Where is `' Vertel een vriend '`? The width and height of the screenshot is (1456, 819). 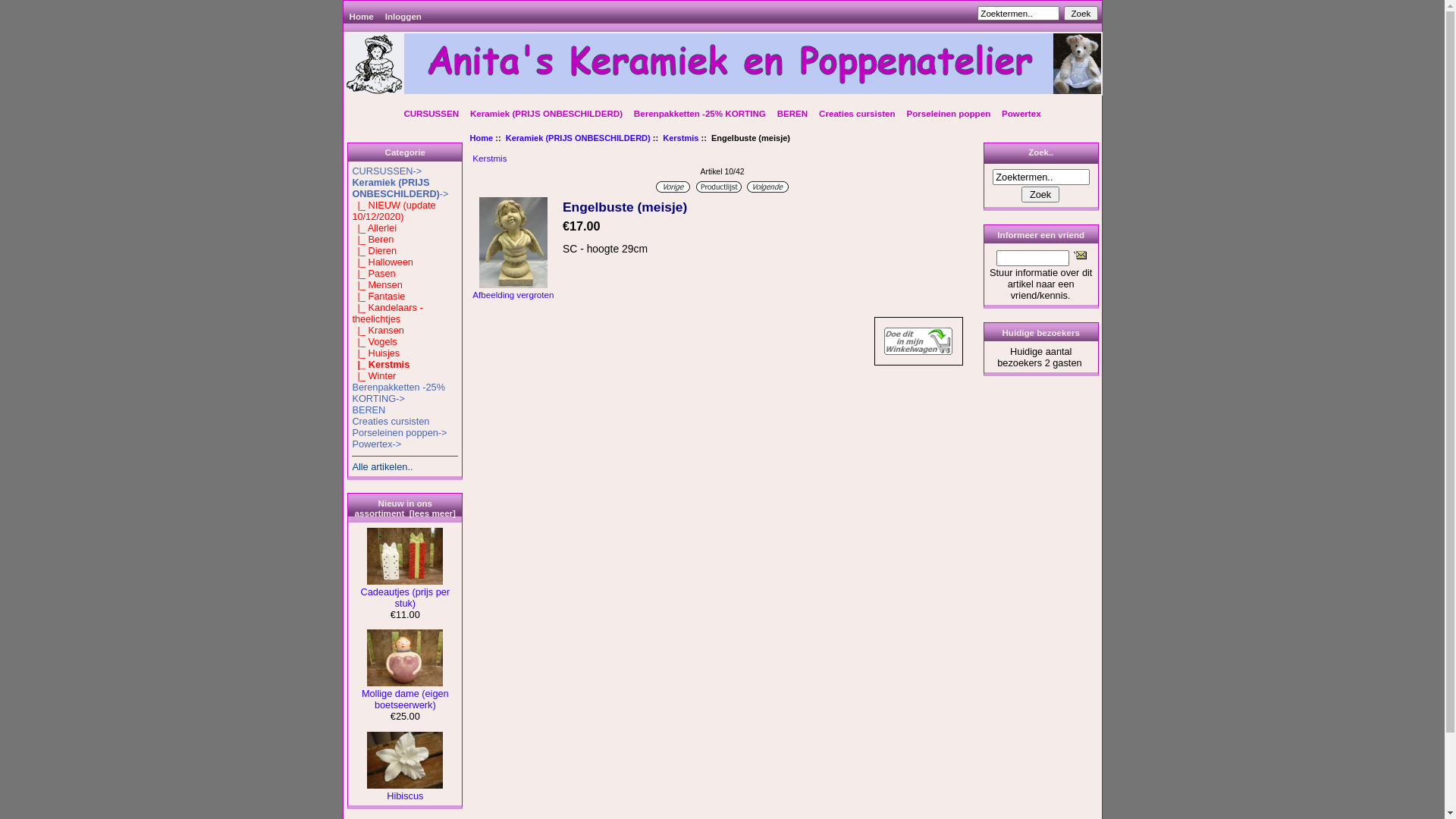
' Vertel een vriend ' is located at coordinates (1073, 253).